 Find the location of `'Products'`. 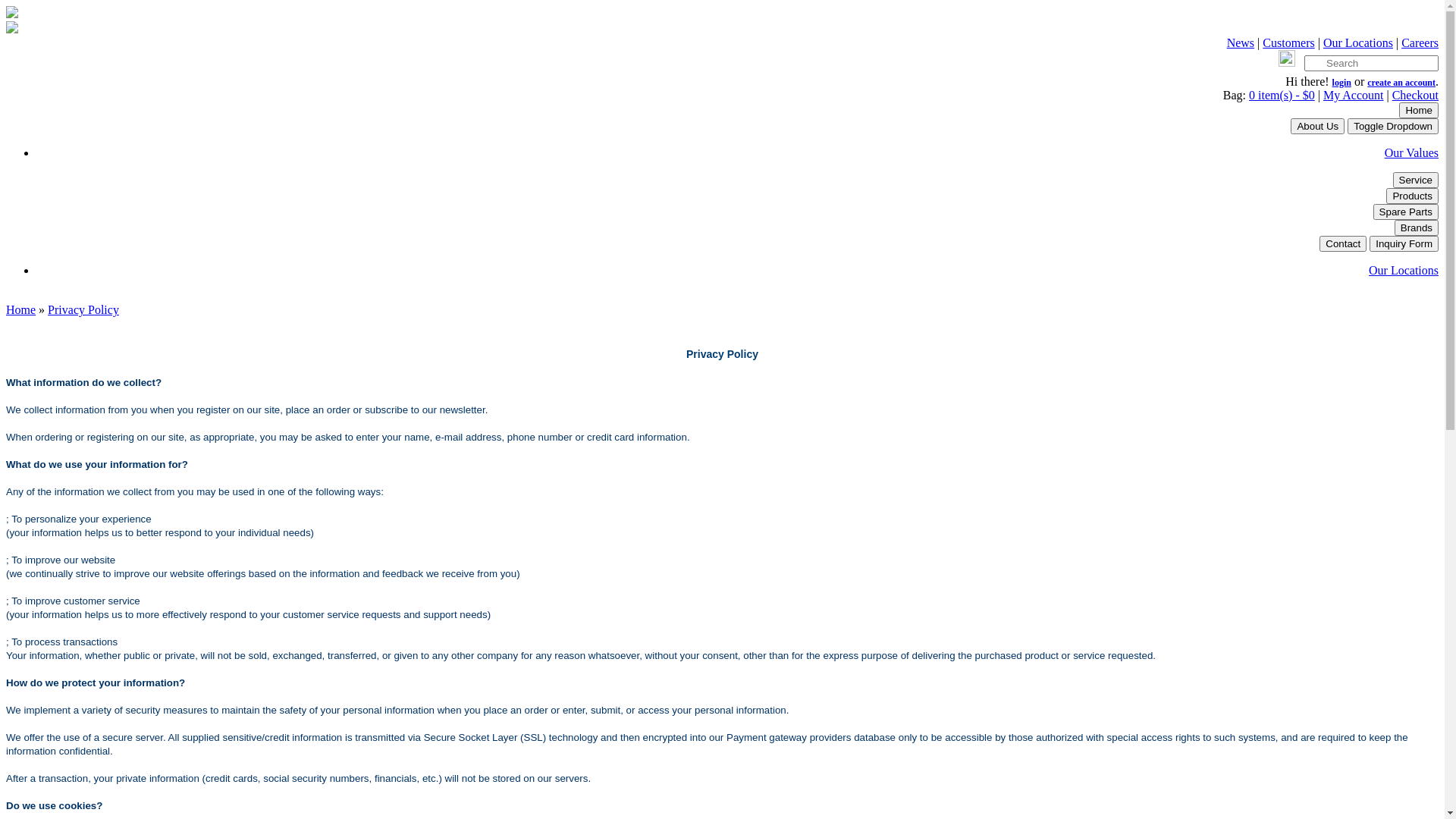

'Products' is located at coordinates (1411, 195).